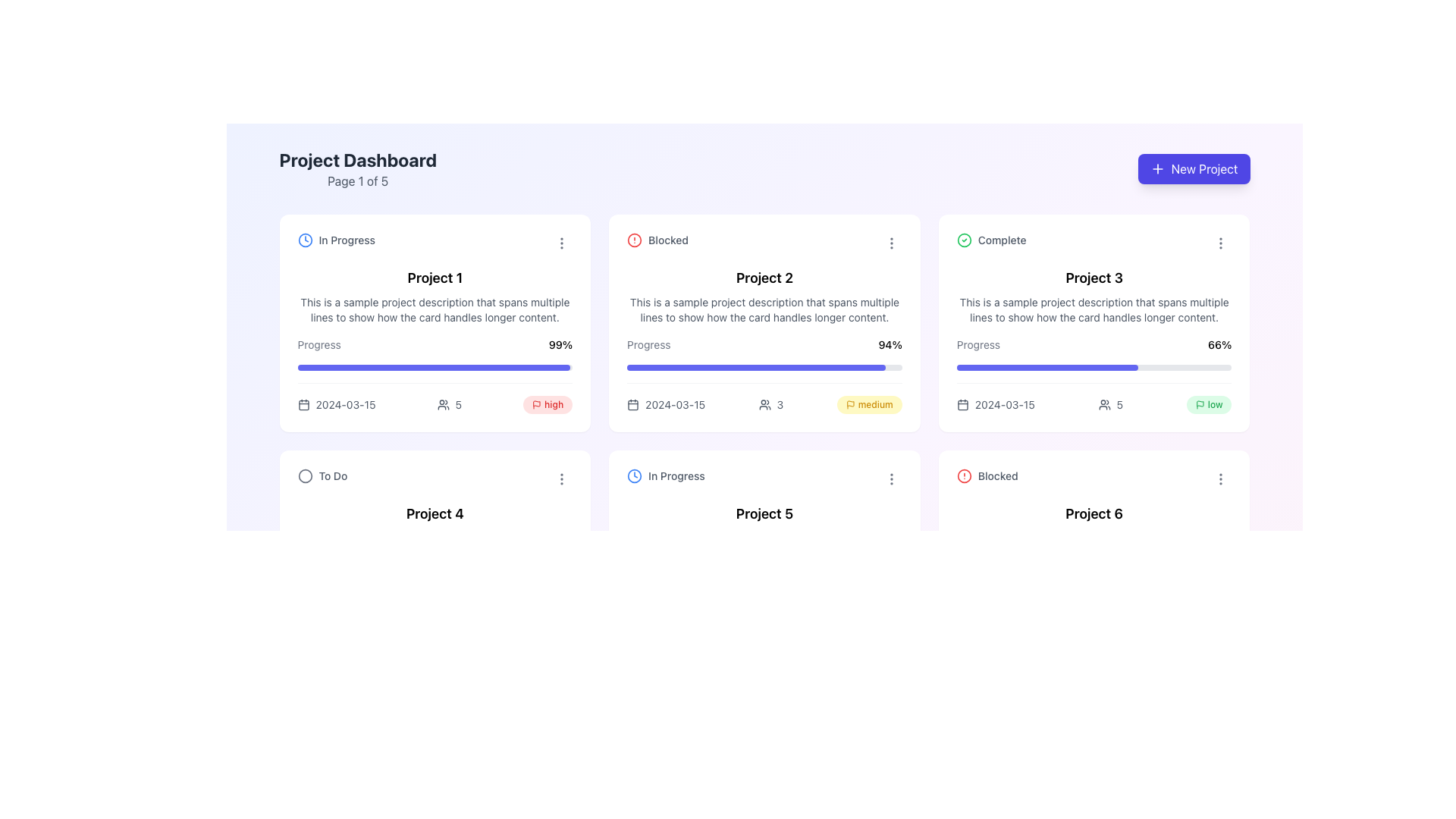  What do you see at coordinates (547, 403) in the screenshot?
I see `Status label with icon indicating high-priority status for 'Project 1' located in the bottom section of the project card near the center of the dashboard` at bounding box center [547, 403].